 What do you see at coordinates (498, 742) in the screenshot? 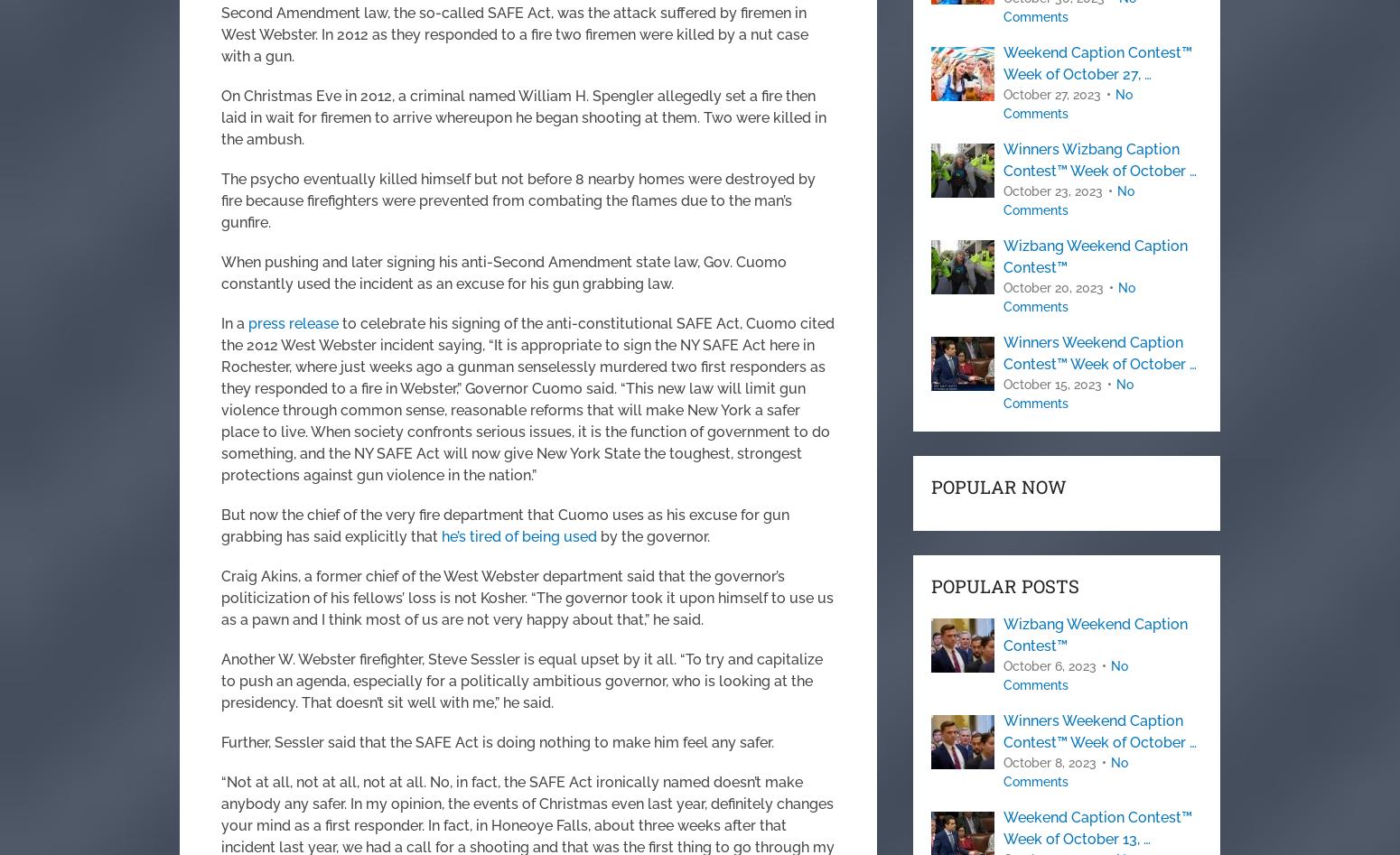
I see `'Further, Sessler said that the SAFE Act is doing nothing to make him feel any safer.'` at bounding box center [498, 742].